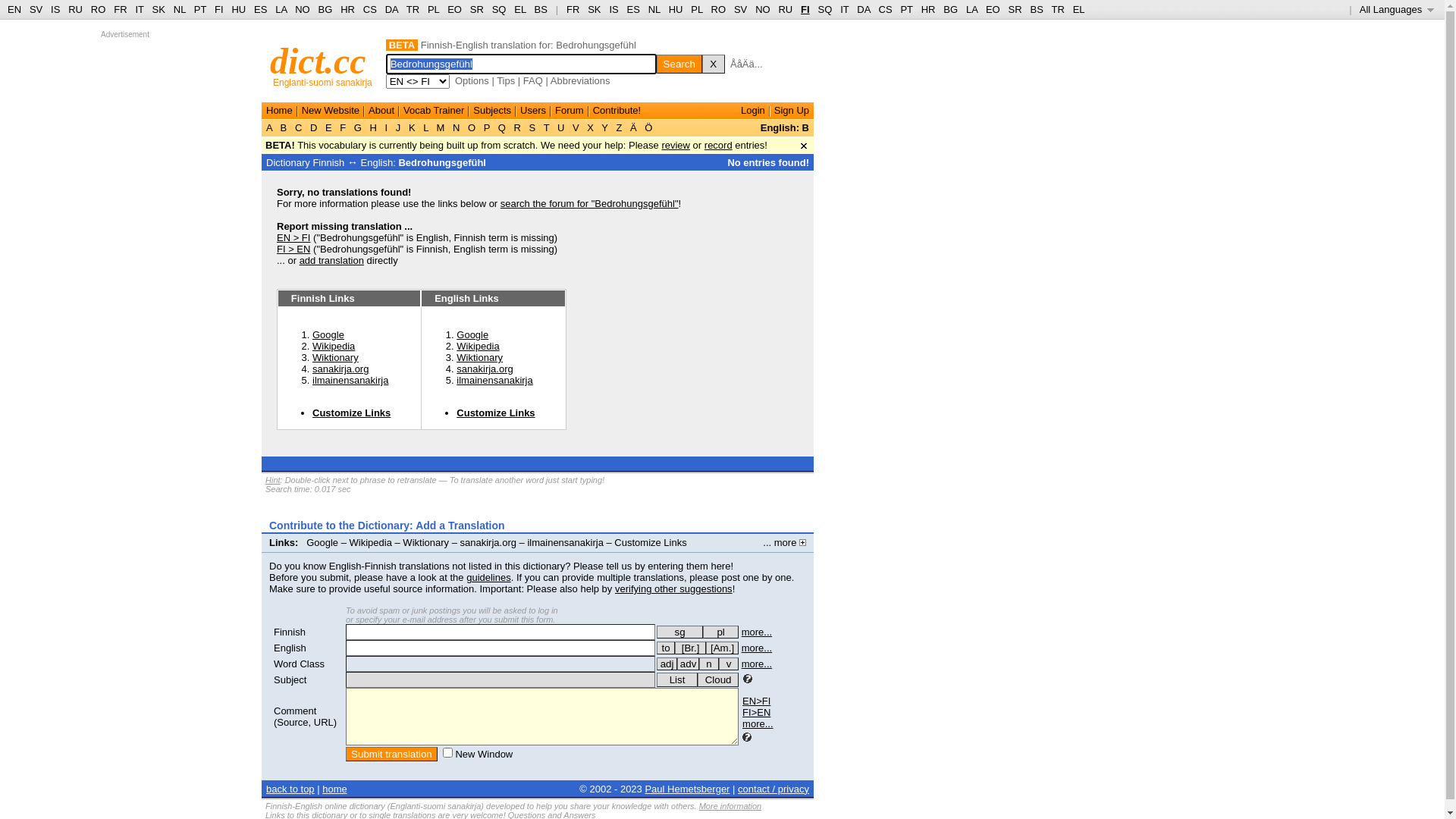  What do you see at coordinates (382, 127) in the screenshot?
I see `'I'` at bounding box center [382, 127].